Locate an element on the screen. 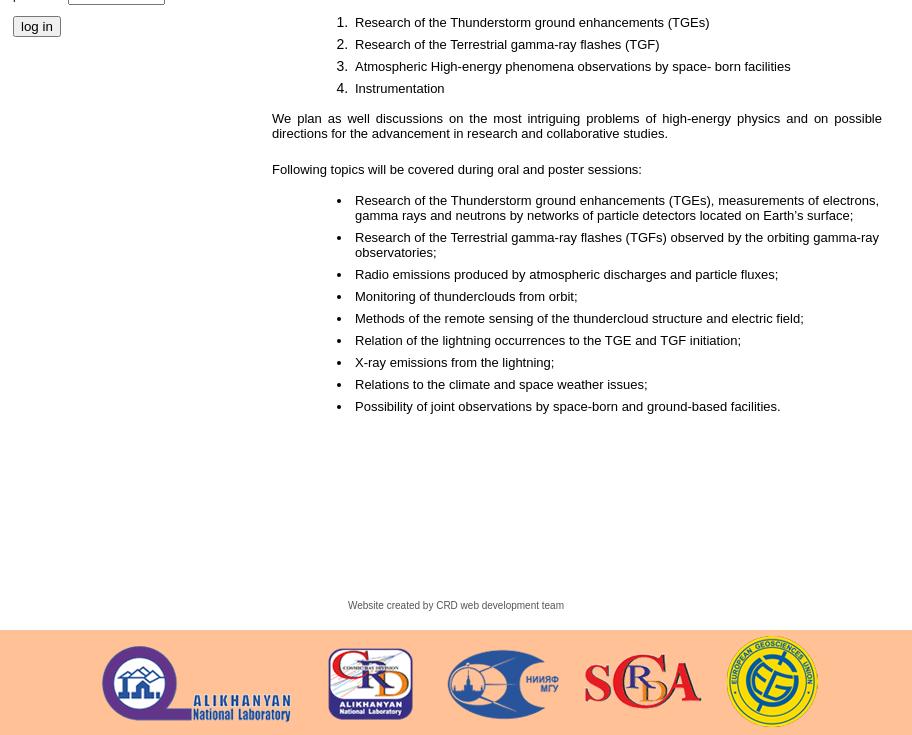  'Instrumentation' is located at coordinates (401, 88).